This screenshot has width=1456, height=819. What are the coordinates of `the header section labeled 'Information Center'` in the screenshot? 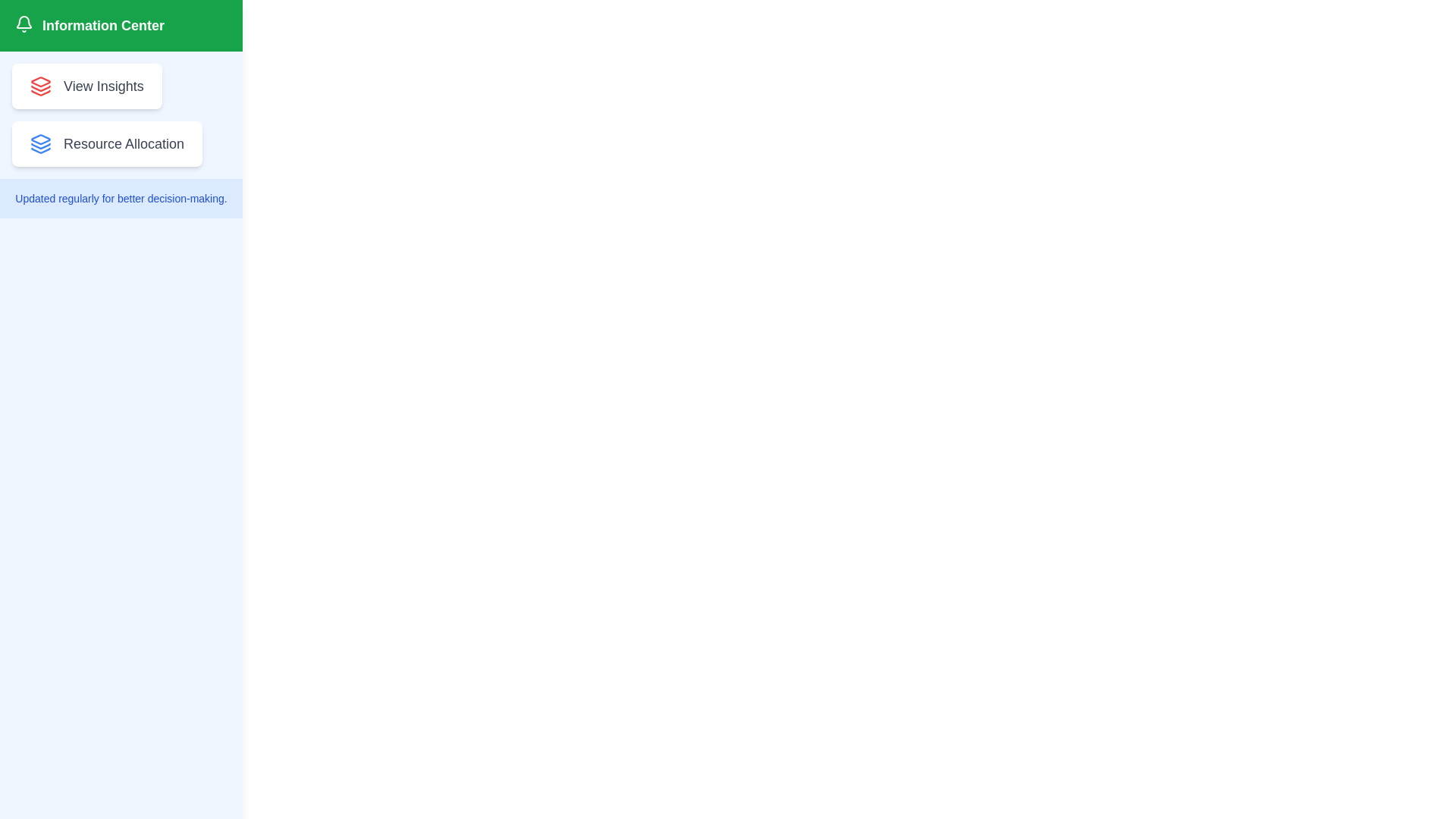 It's located at (120, 26).